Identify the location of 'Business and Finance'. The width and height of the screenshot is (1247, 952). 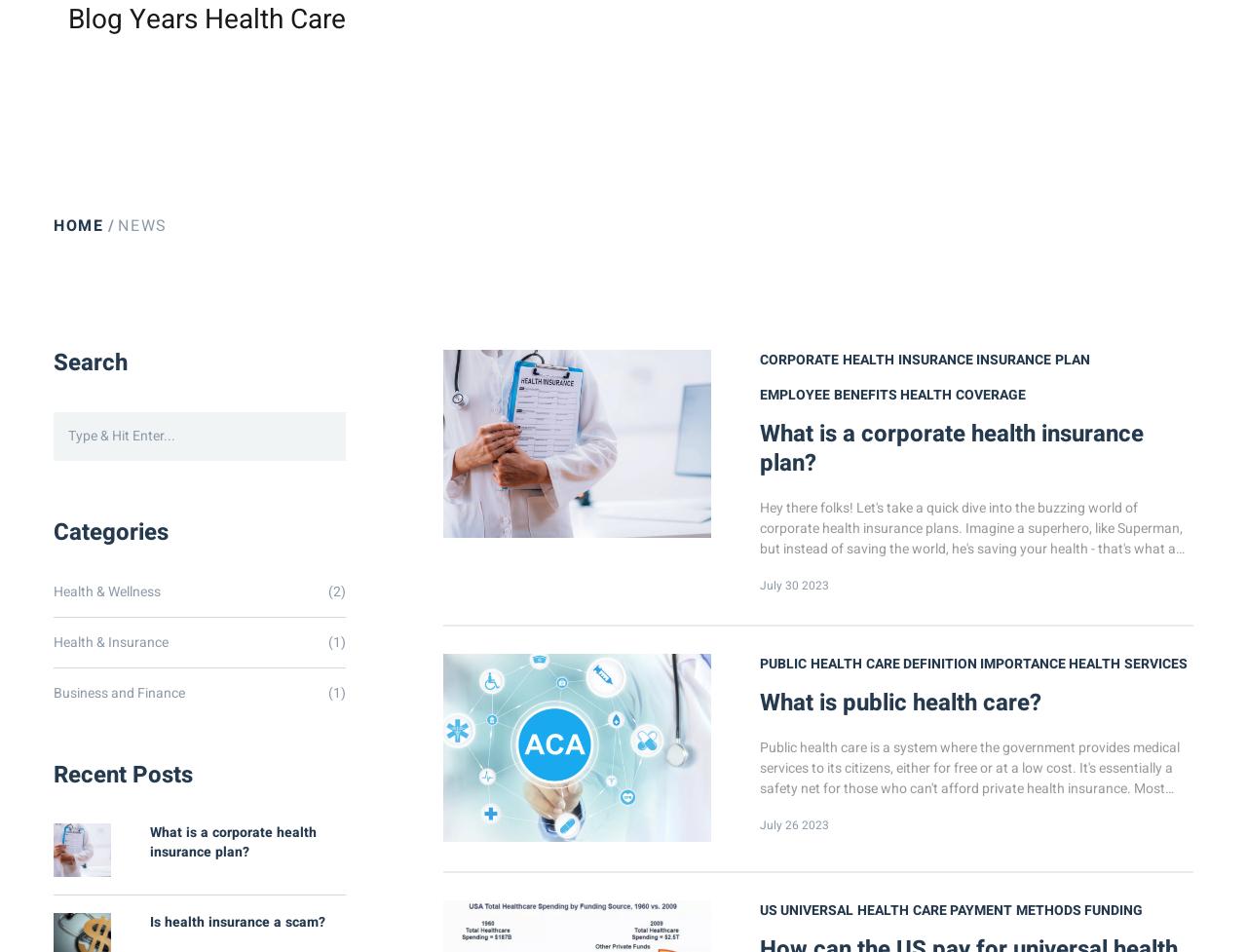
(118, 692).